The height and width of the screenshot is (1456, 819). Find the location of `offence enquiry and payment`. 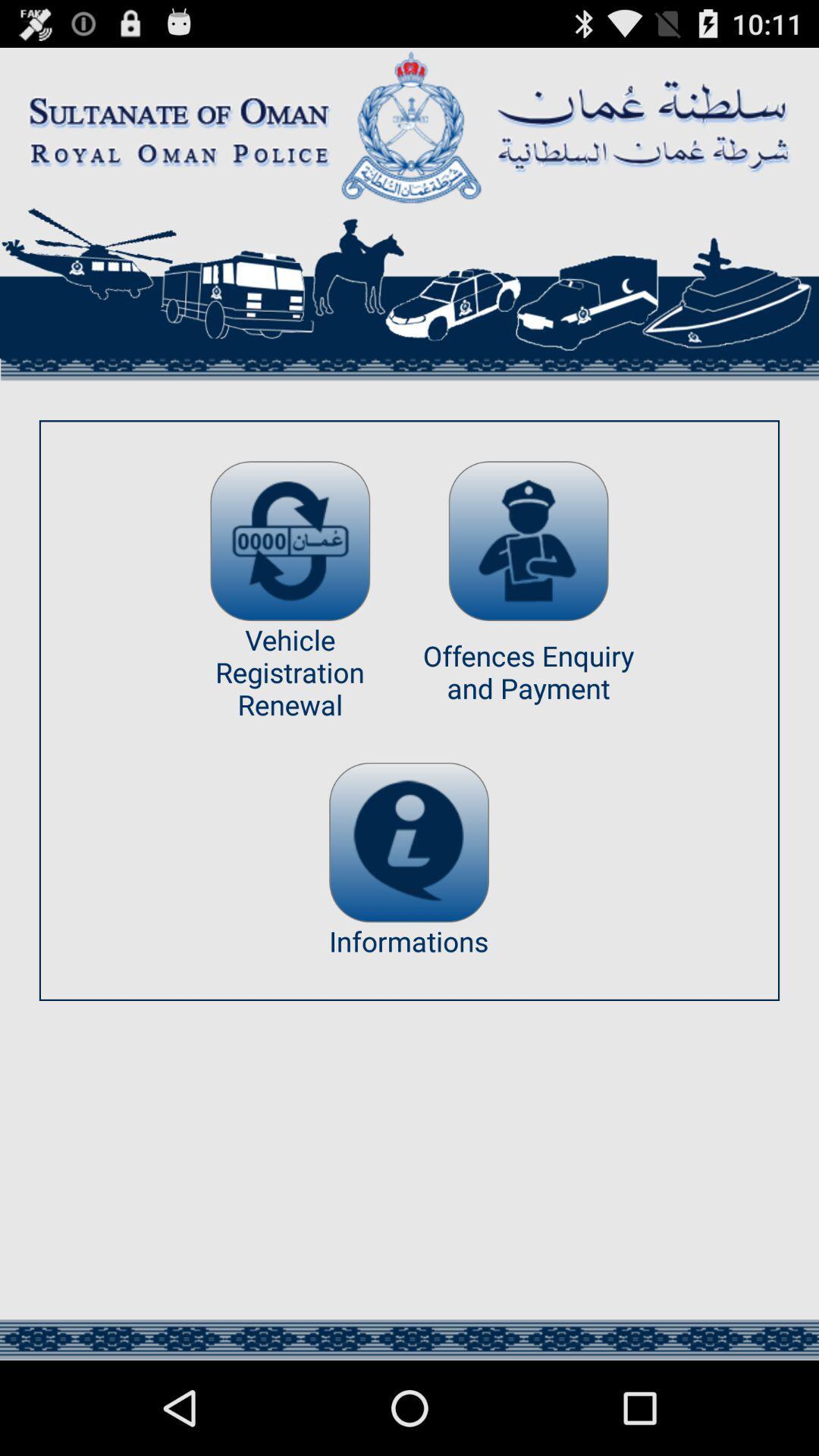

offence enquiry and payment is located at coordinates (528, 541).